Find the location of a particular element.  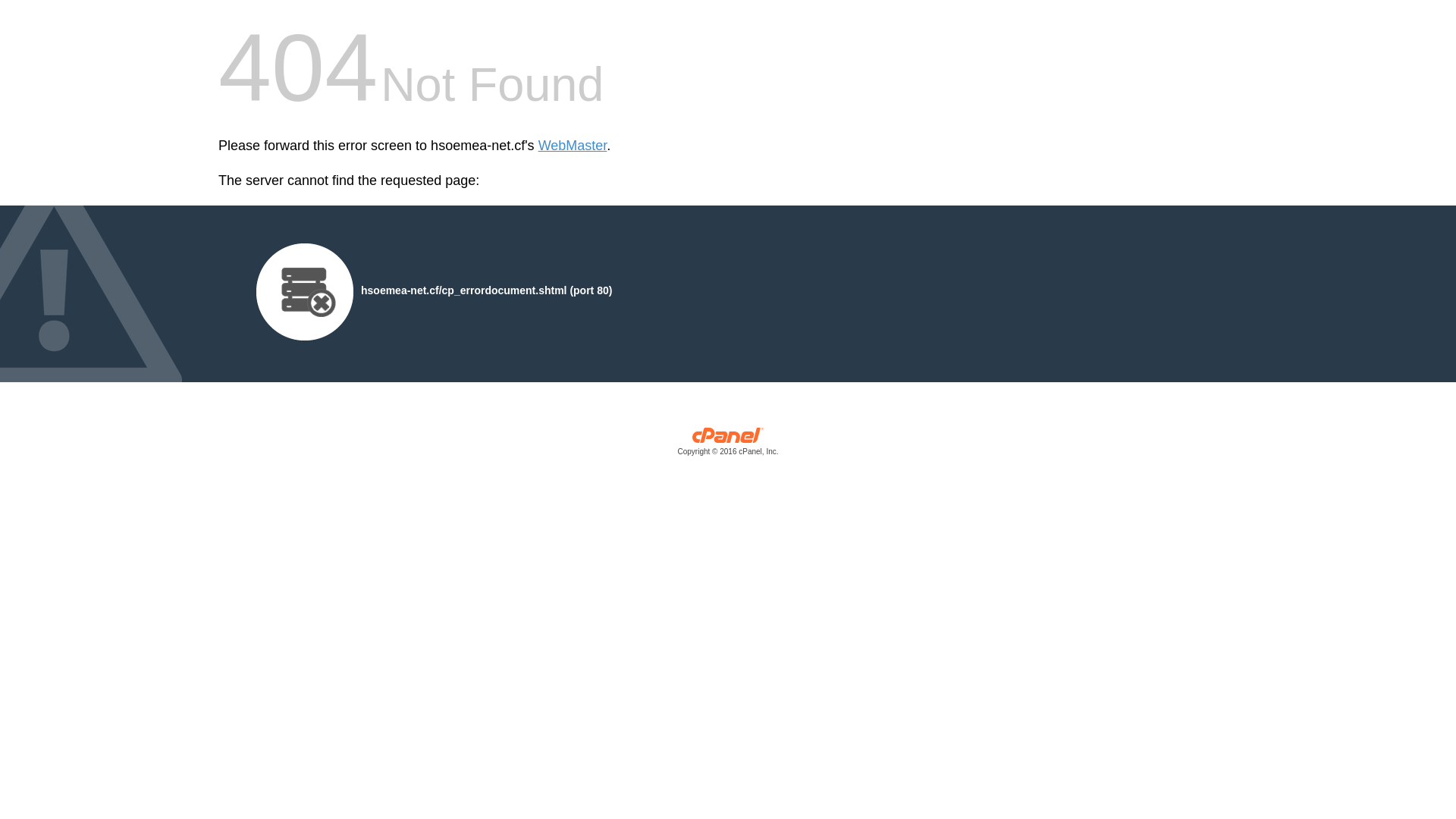

'WebMaster' is located at coordinates (572, 146).